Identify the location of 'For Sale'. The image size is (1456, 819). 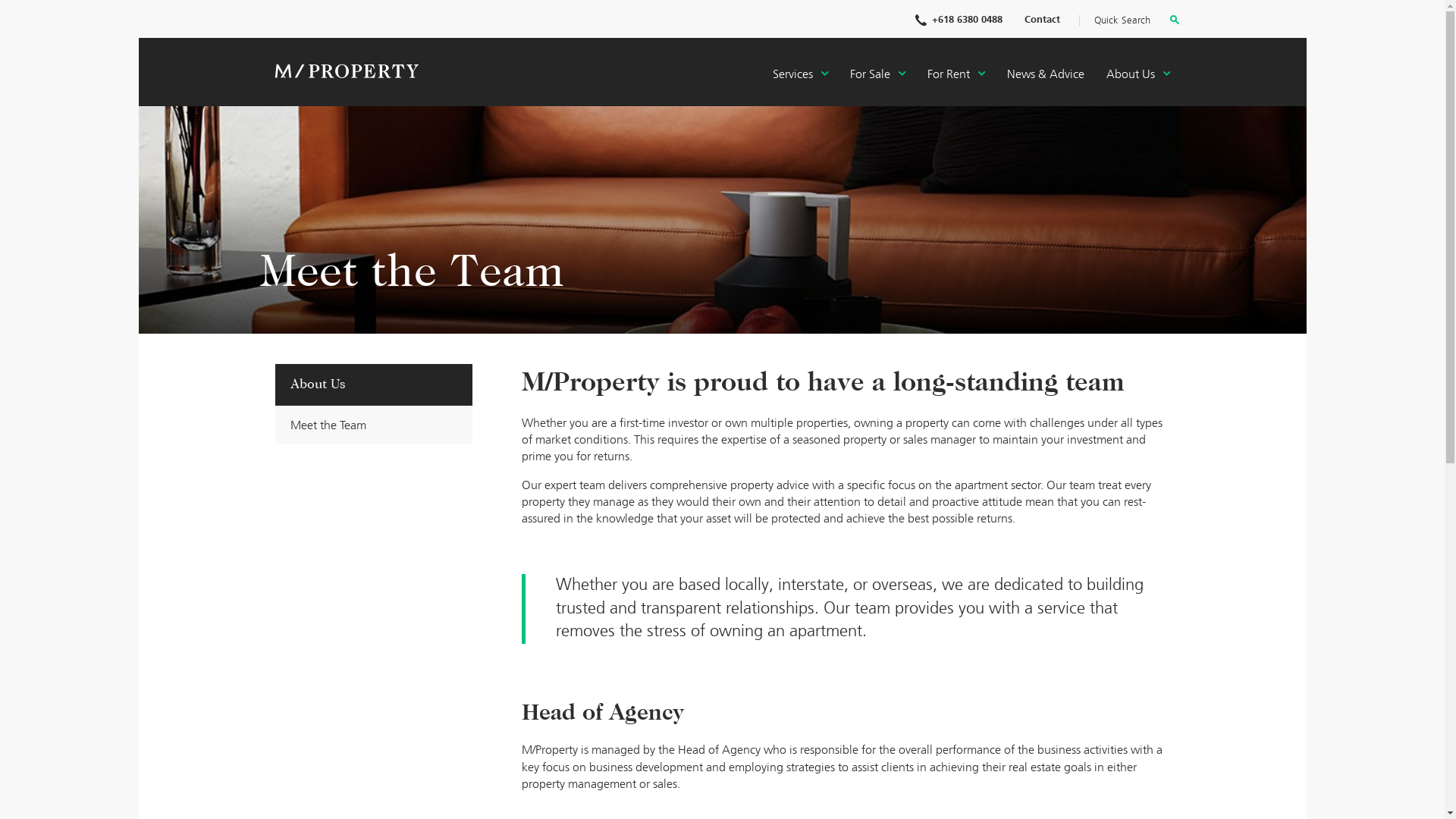
(877, 75).